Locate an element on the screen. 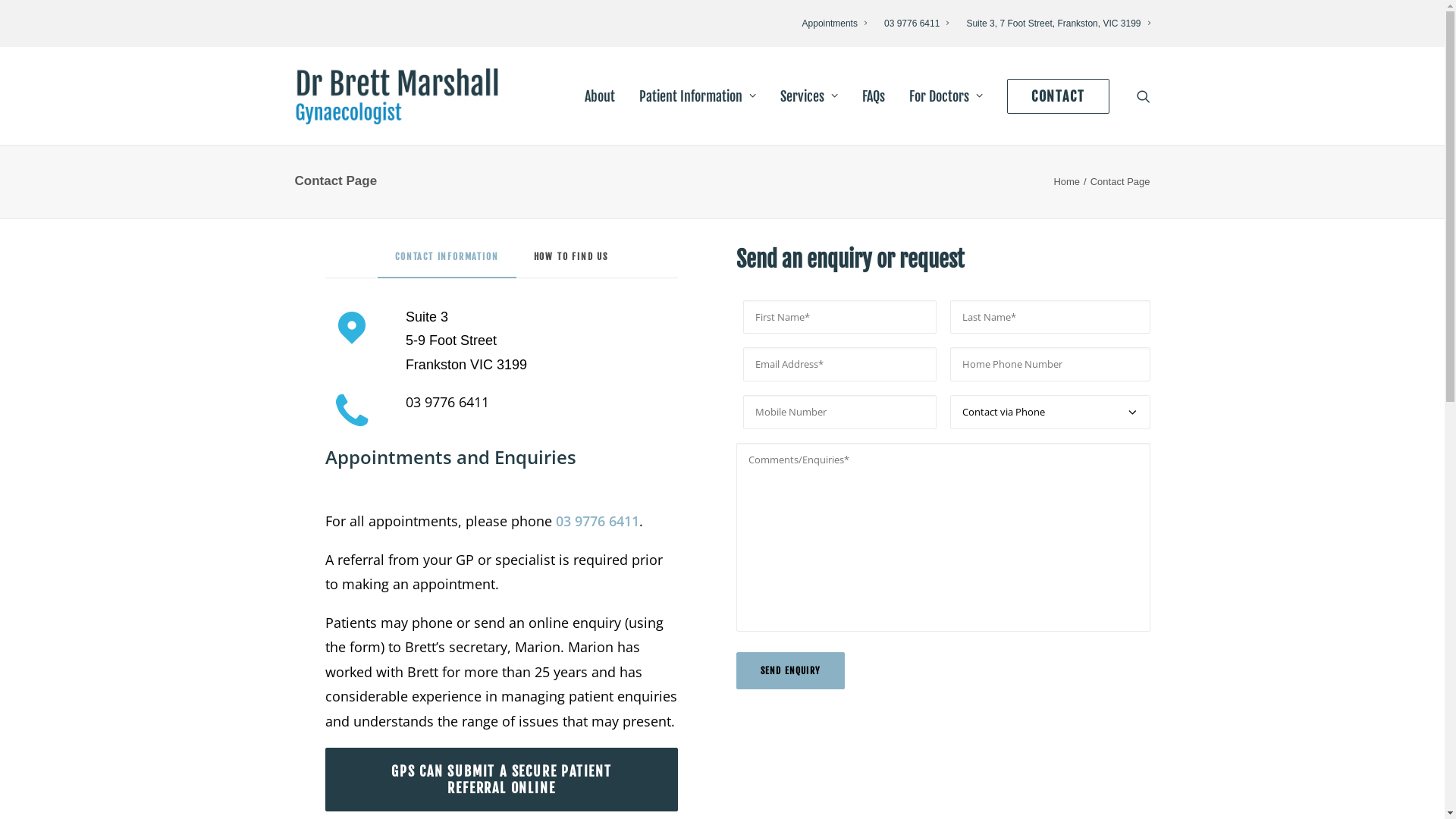 This screenshot has width=1456, height=819. 'Home' is located at coordinates (1065, 180).